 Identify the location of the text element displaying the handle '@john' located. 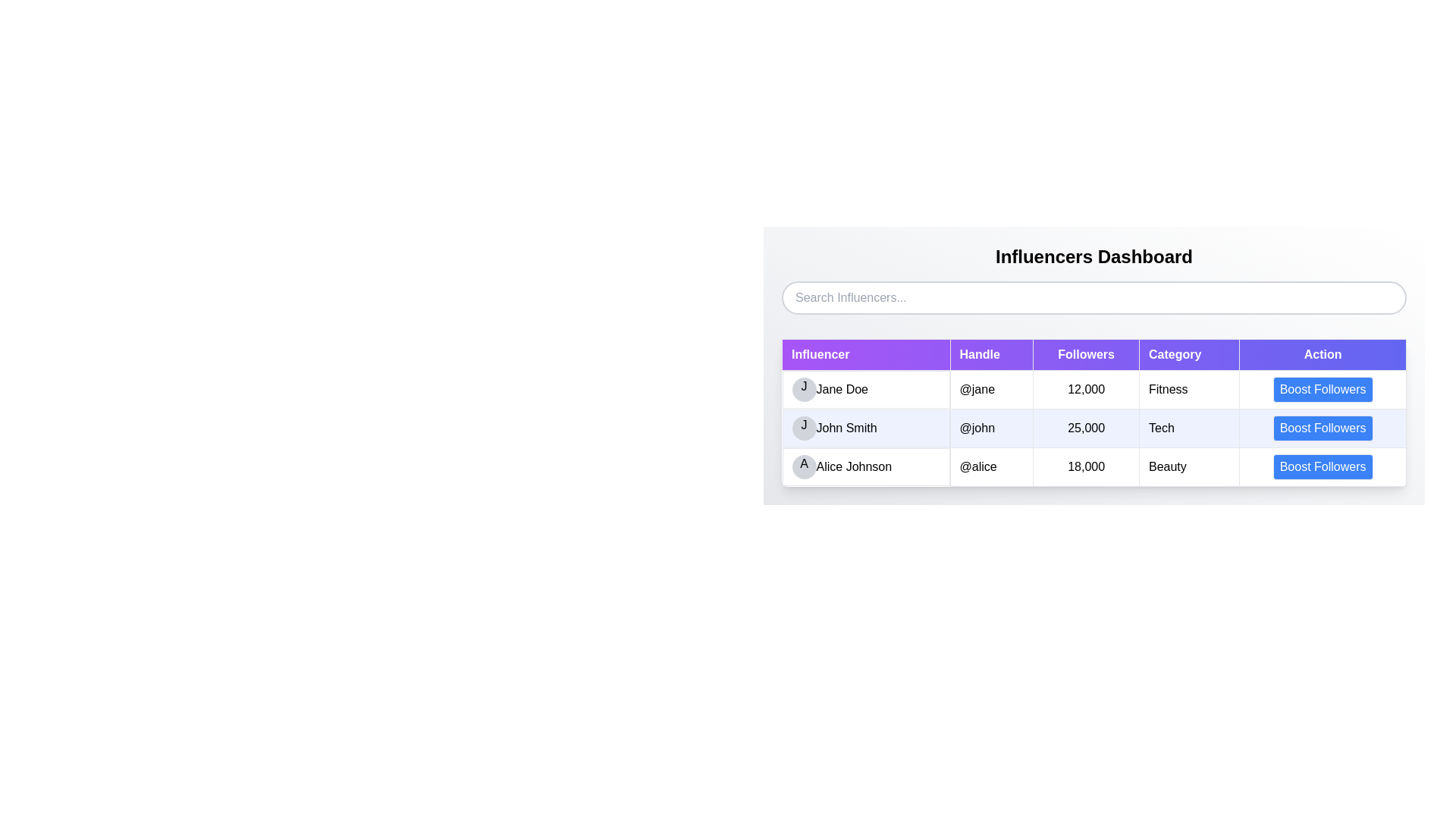
(991, 428).